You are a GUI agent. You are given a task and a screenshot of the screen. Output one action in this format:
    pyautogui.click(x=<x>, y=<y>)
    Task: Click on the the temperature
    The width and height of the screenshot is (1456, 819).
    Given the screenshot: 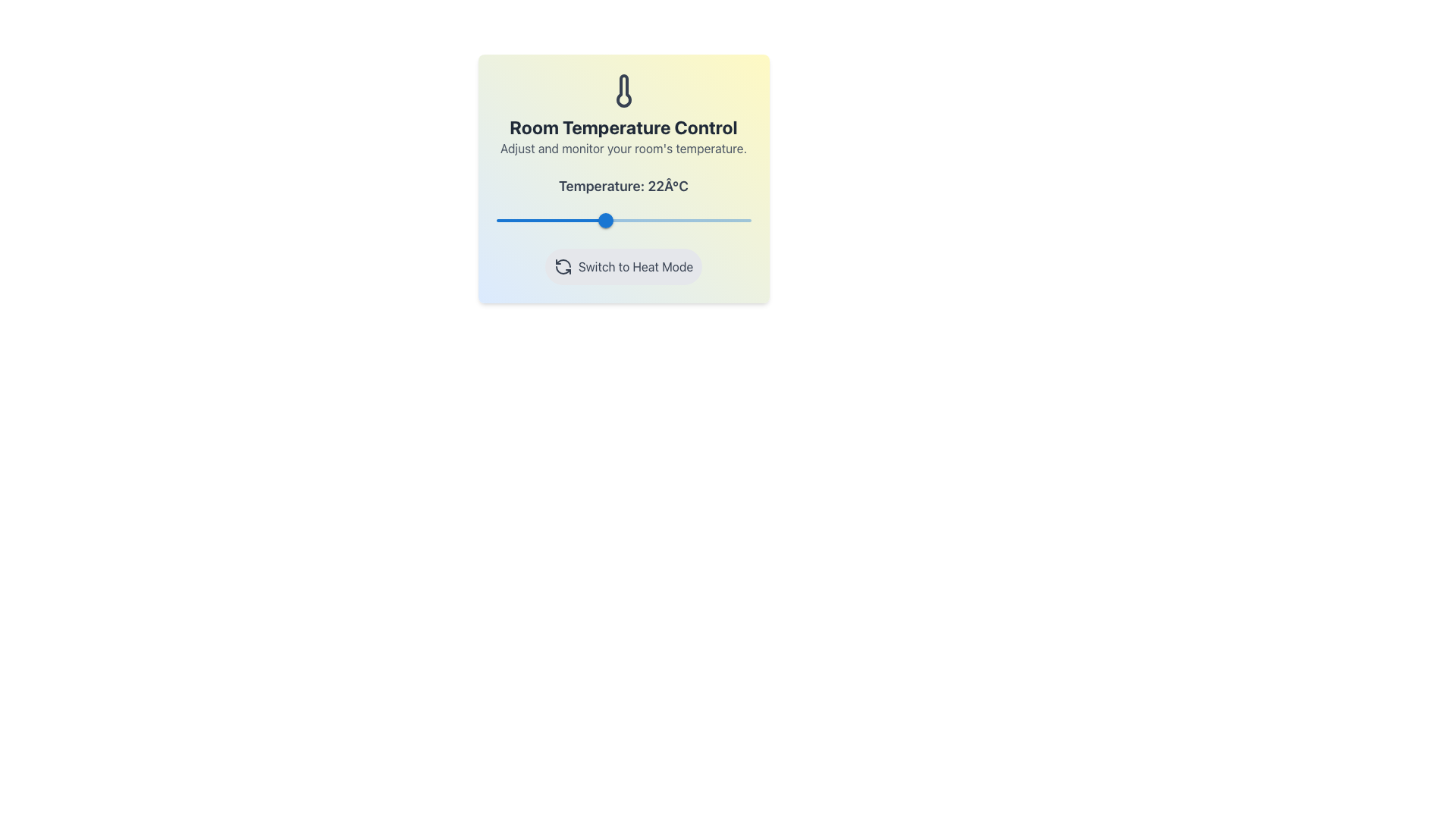 What is the action you would take?
    pyautogui.click(x=655, y=220)
    